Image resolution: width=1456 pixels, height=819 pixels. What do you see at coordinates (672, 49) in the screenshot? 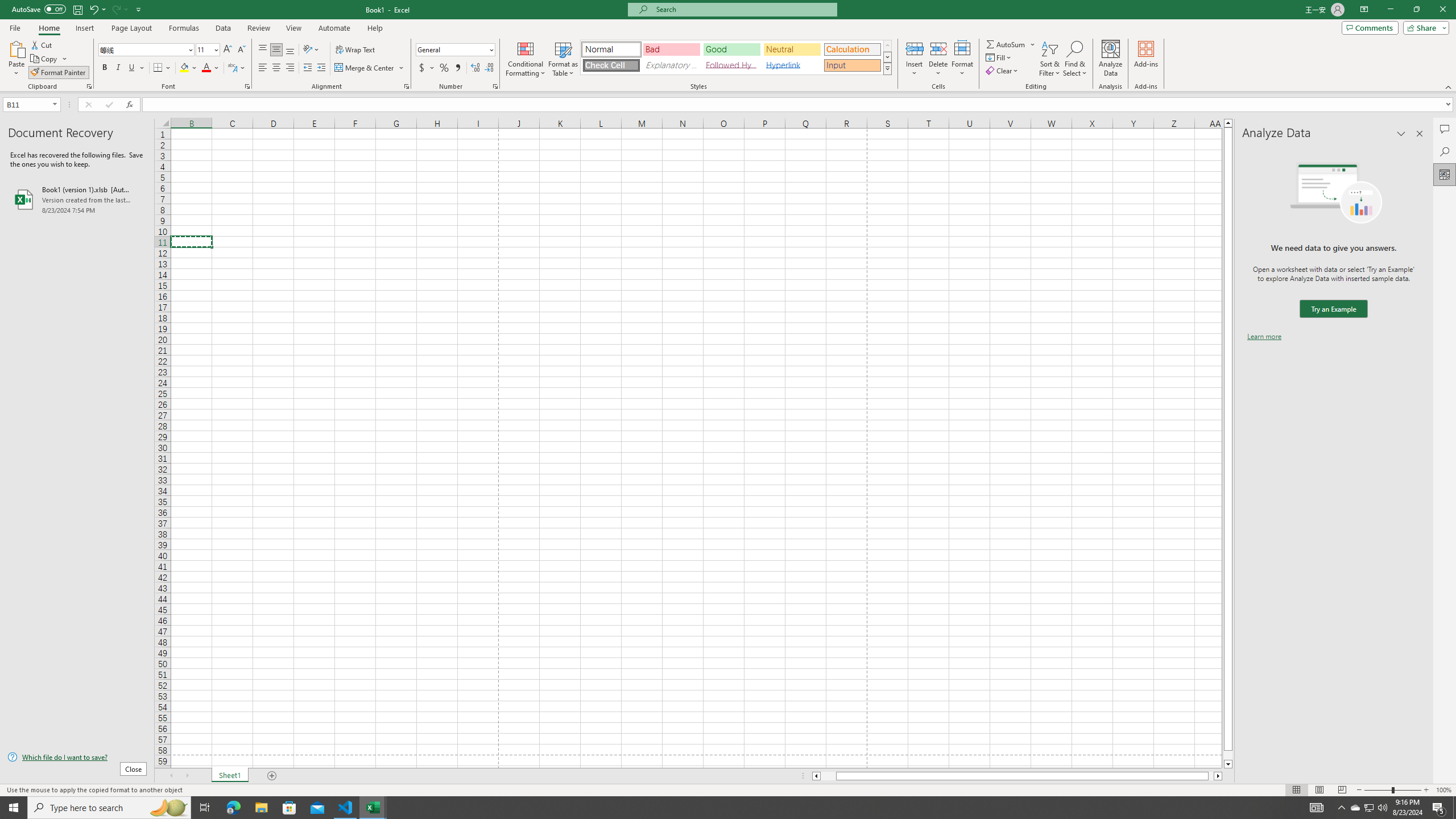
I see `'Bad'` at bounding box center [672, 49].